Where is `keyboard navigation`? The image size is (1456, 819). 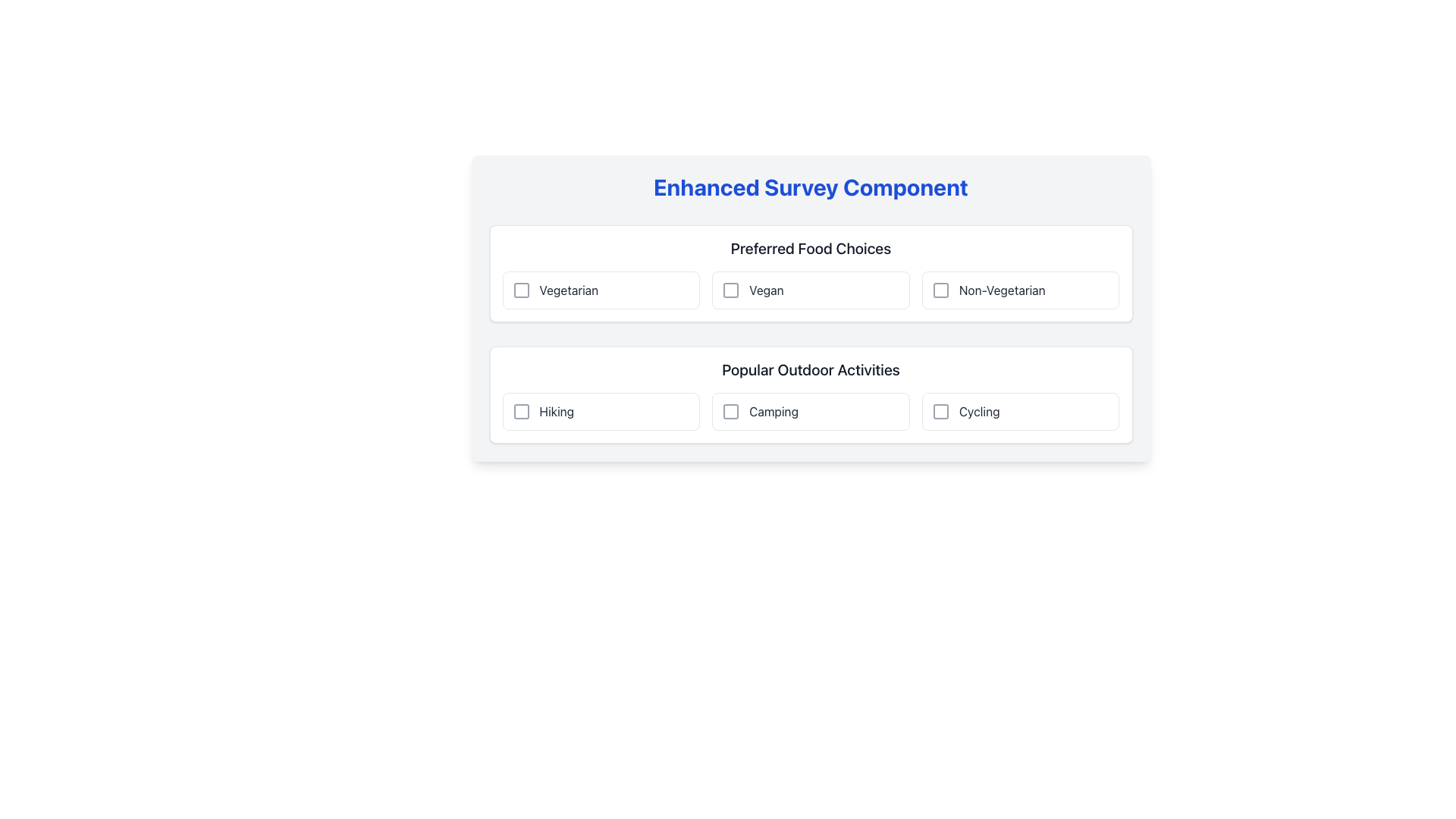
keyboard navigation is located at coordinates (600, 290).